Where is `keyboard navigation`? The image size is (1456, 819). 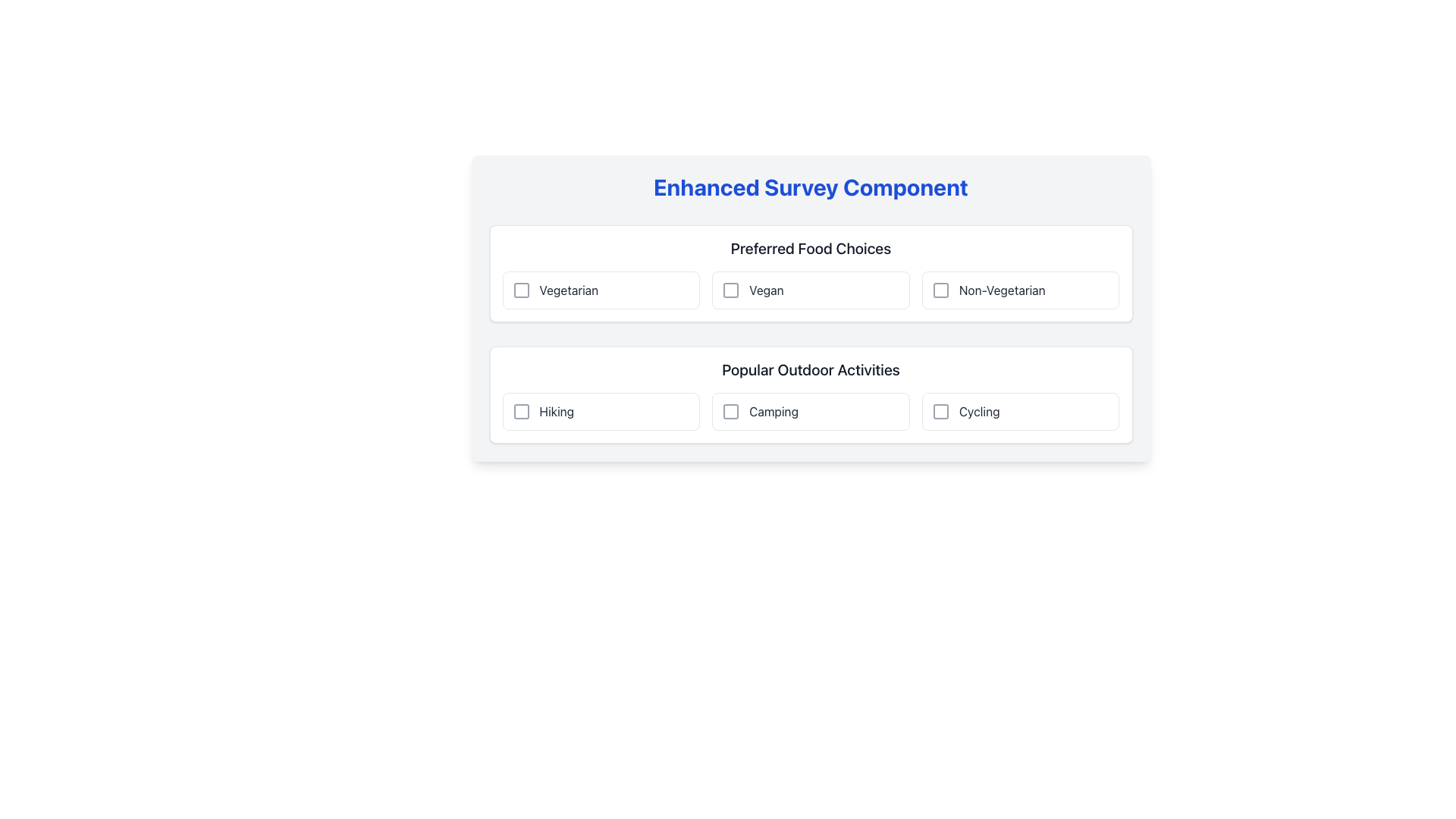
keyboard navigation is located at coordinates (600, 290).